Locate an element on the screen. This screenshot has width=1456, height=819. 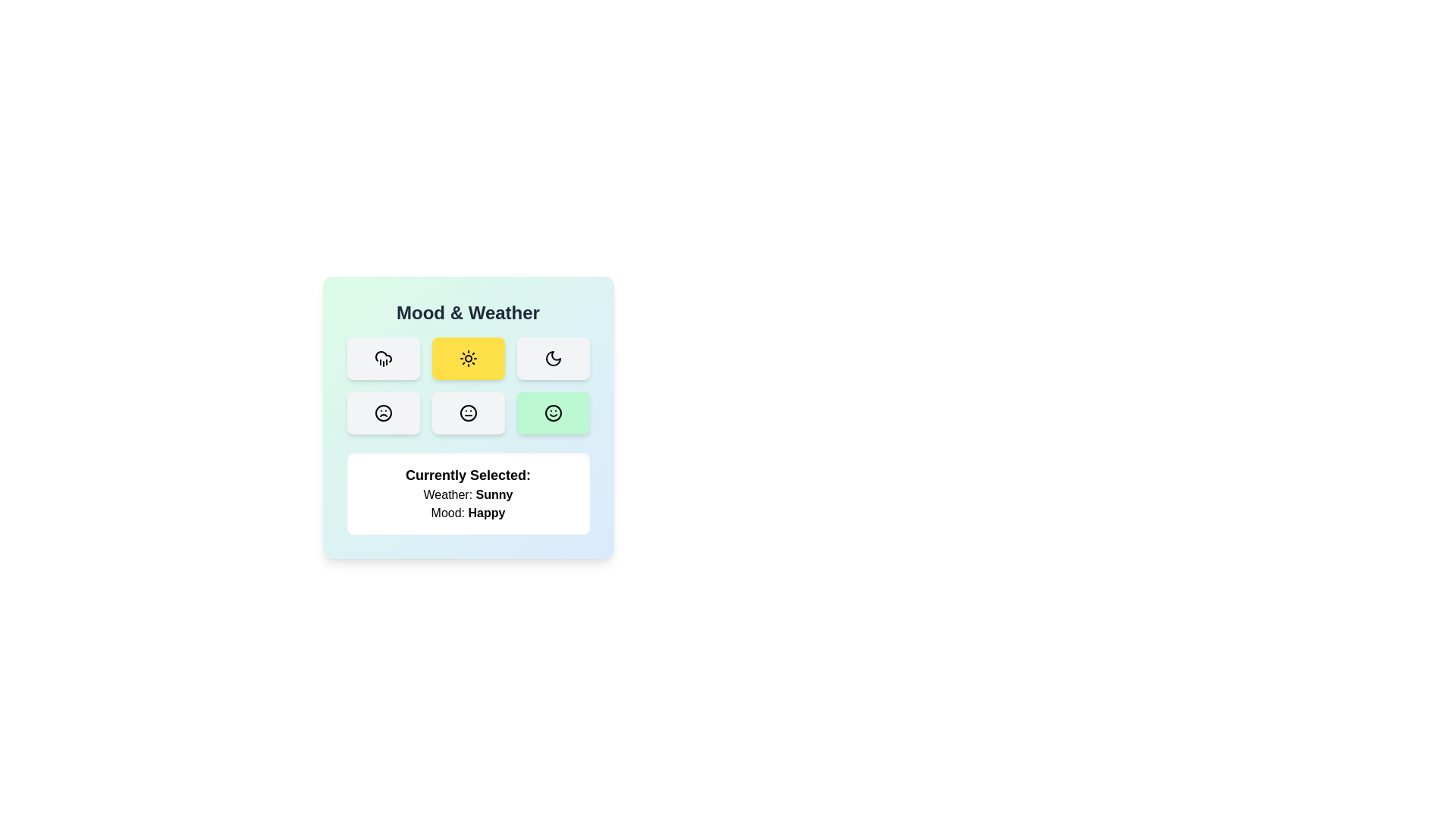
the minimalist round icon resembling a face with a neutral expression located in the lower left quadrant of the grid within the 'Mood & Weather' section is located at coordinates (467, 413).